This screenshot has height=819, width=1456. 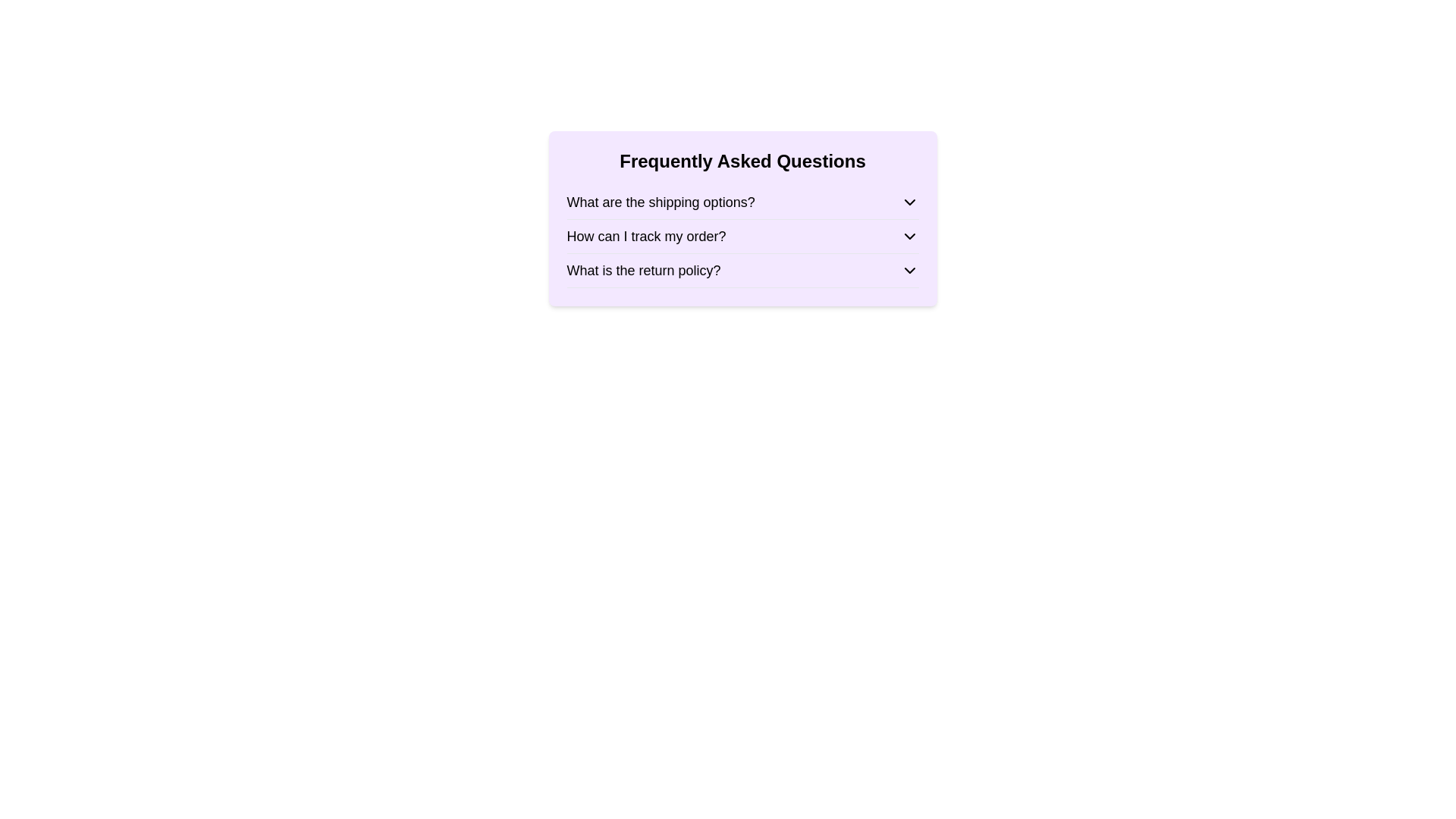 What do you see at coordinates (909, 201) in the screenshot?
I see `the downward-pointing chevron indicator icon located on the far-right side of the row labeled 'What are the shipping options?'` at bounding box center [909, 201].